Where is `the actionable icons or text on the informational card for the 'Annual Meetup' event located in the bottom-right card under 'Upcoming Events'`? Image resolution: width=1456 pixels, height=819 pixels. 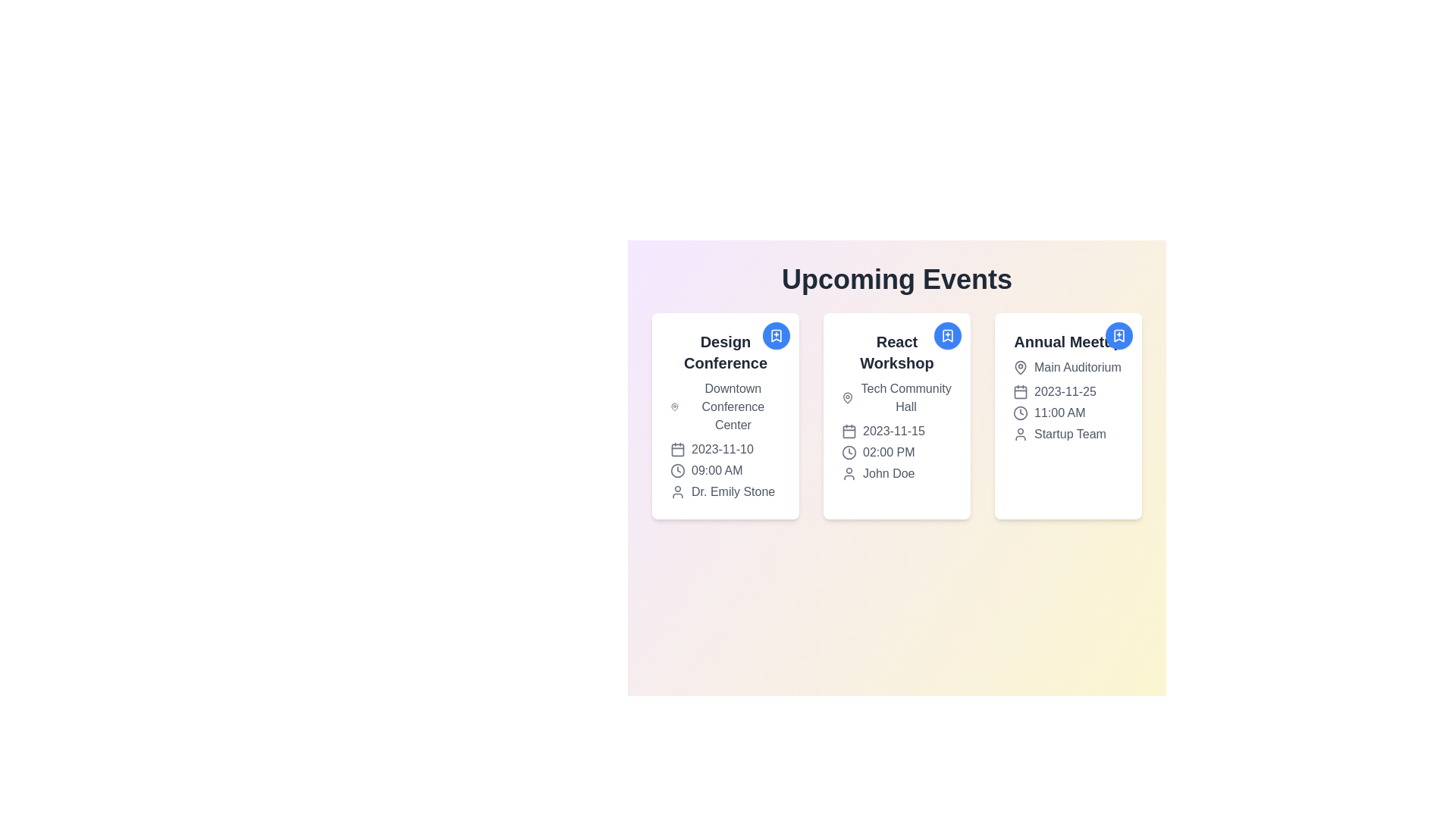
the actionable icons or text on the informational card for the 'Annual Meetup' event located in the bottom-right card under 'Upcoming Events' is located at coordinates (1068, 386).